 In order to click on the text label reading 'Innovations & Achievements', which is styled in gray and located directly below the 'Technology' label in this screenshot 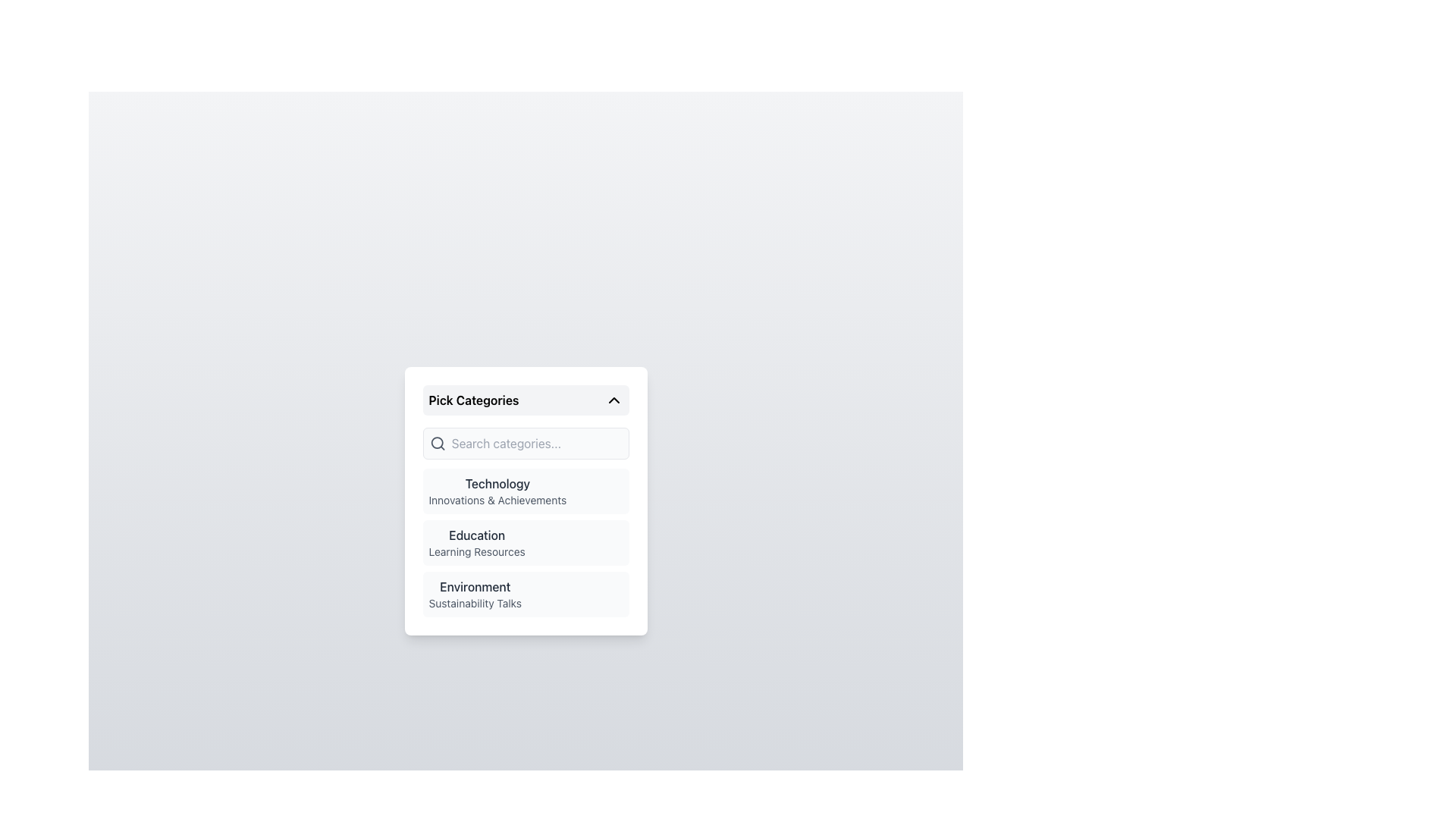, I will do `click(497, 500)`.